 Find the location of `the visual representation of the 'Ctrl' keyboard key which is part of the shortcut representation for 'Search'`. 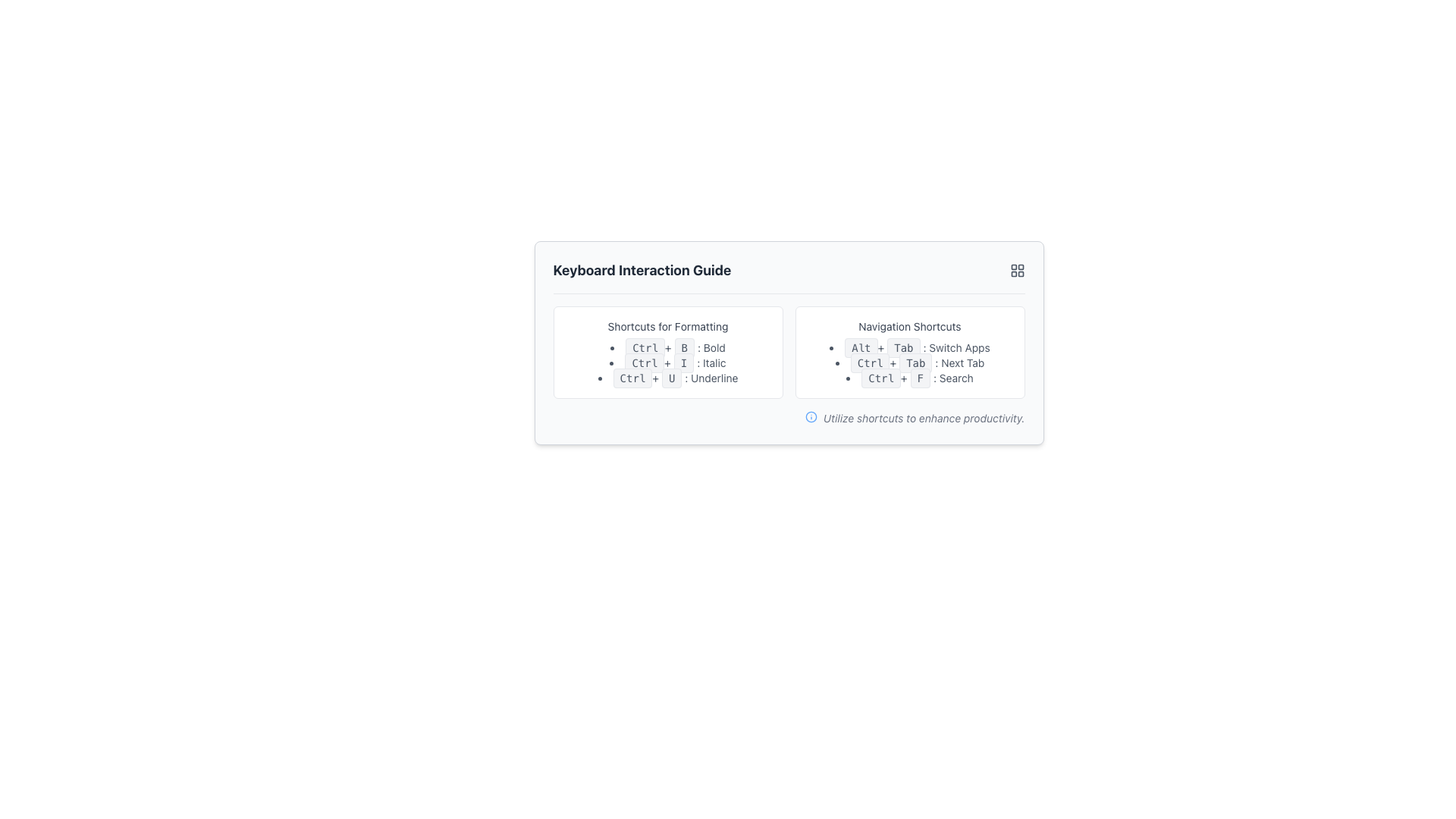

the visual representation of the 'Ctrl' keyboard key which is part of the shortcut representation for 'Search' is located at coordinates (880, 377).